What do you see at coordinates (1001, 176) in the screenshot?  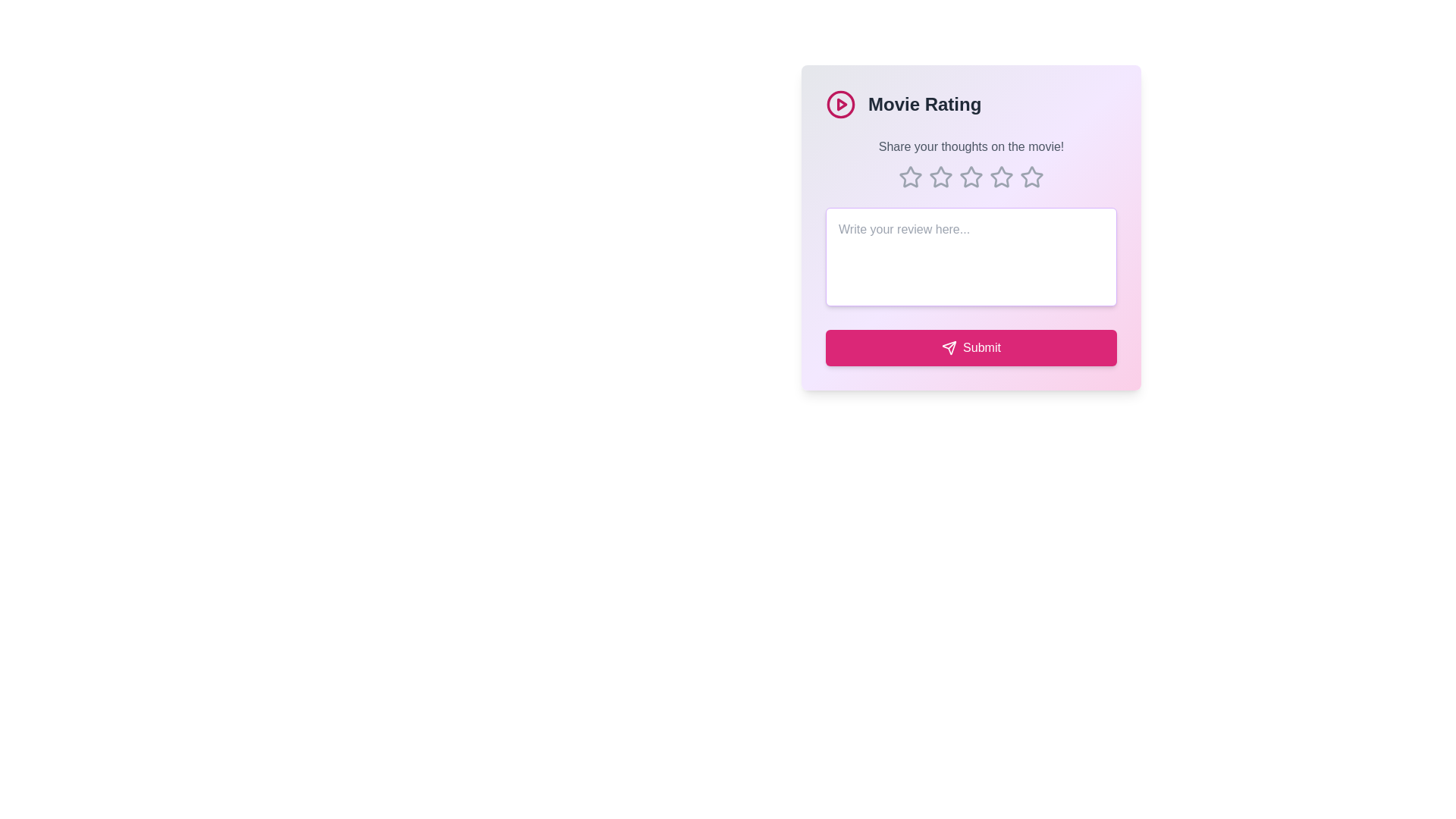 I see `the third star-shaped icon in the horizontal row of five identical icons, which is located on a faint purple panel below the title 'Movie Rating'` at bounding box center [1001, 176].